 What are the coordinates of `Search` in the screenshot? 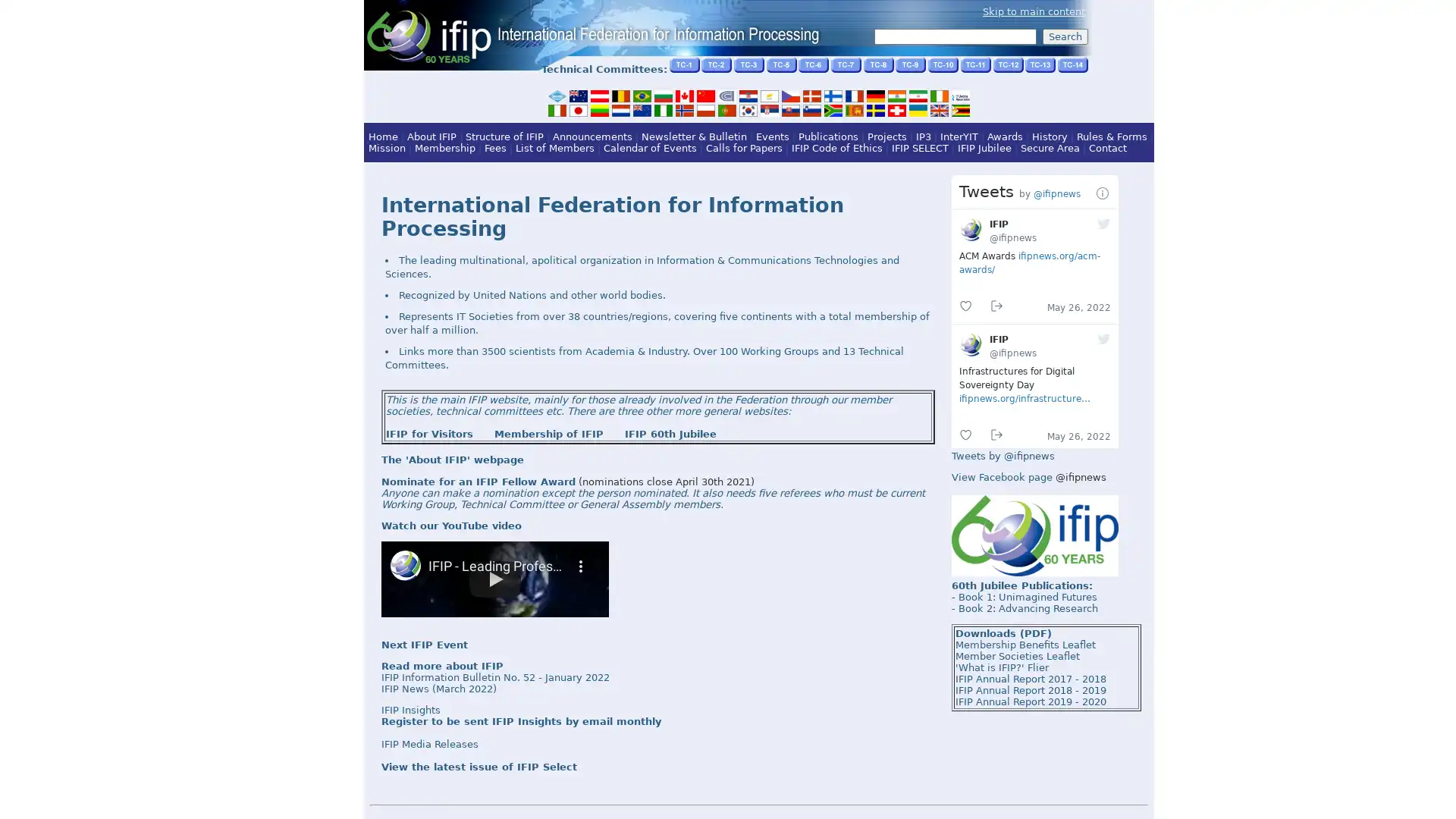 It's located at (1065, 35).